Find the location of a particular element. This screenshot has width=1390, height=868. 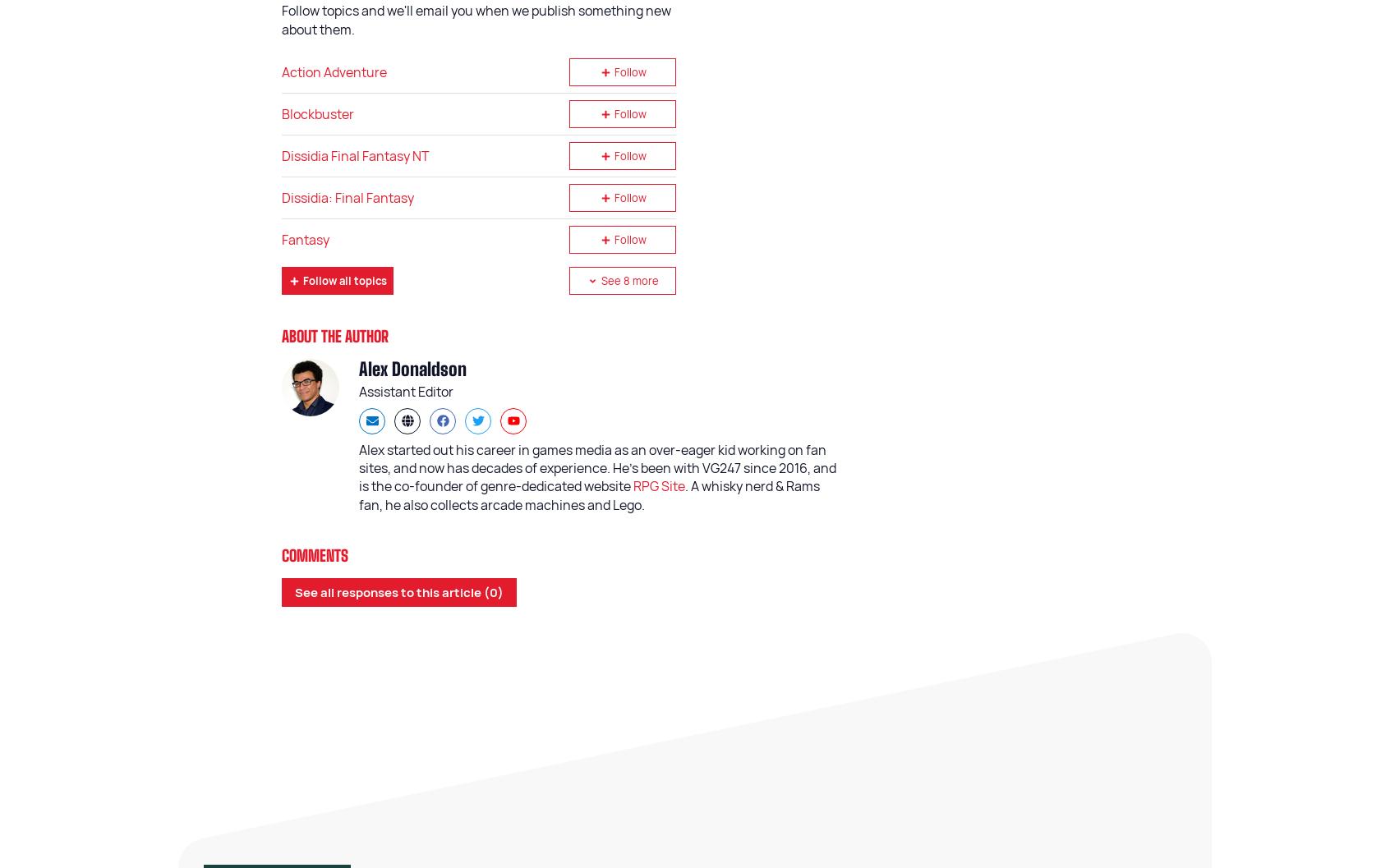

'Dissidia Final Fantasy NT' is located at coordinates (354, 156).